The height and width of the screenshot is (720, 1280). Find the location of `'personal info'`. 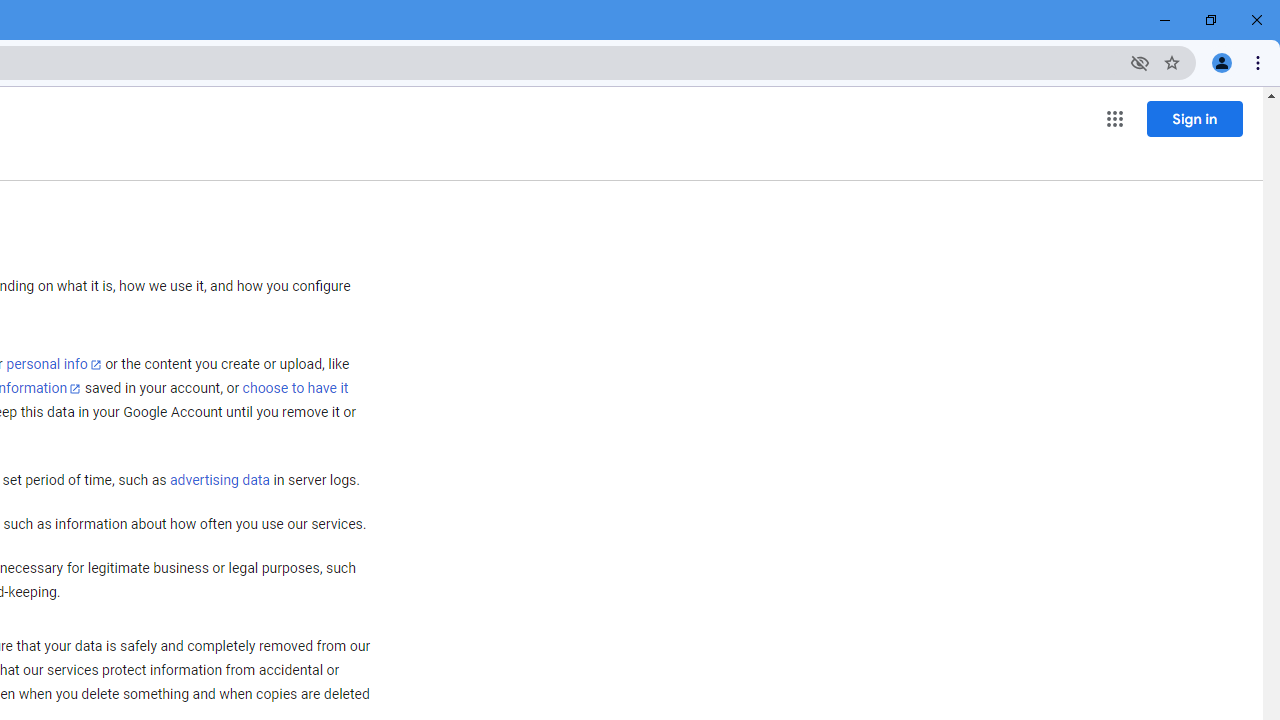

'personal info' is located at coordinates (54, 364).